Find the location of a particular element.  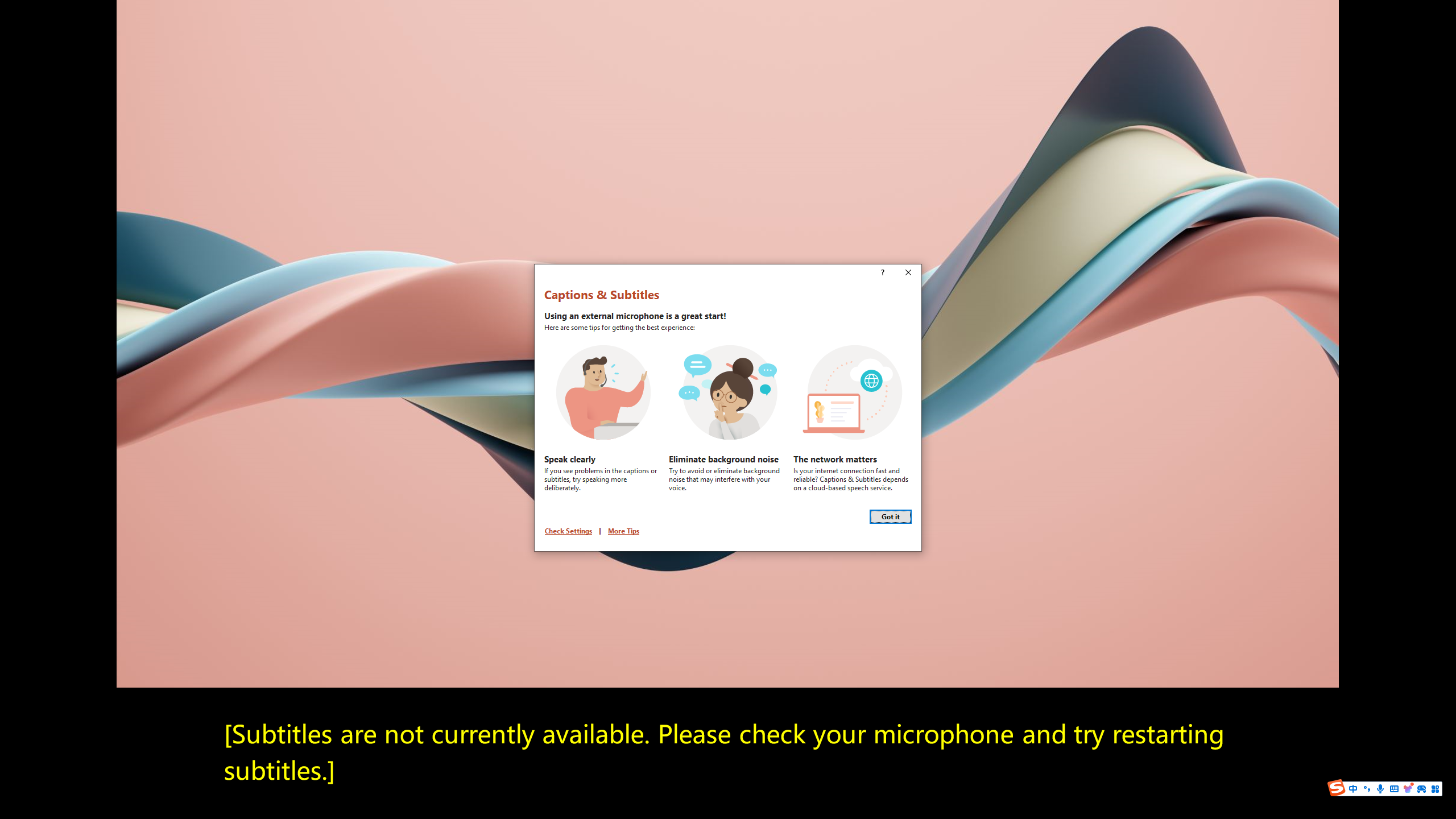

'Got it' is located at coordinates (890, 516).